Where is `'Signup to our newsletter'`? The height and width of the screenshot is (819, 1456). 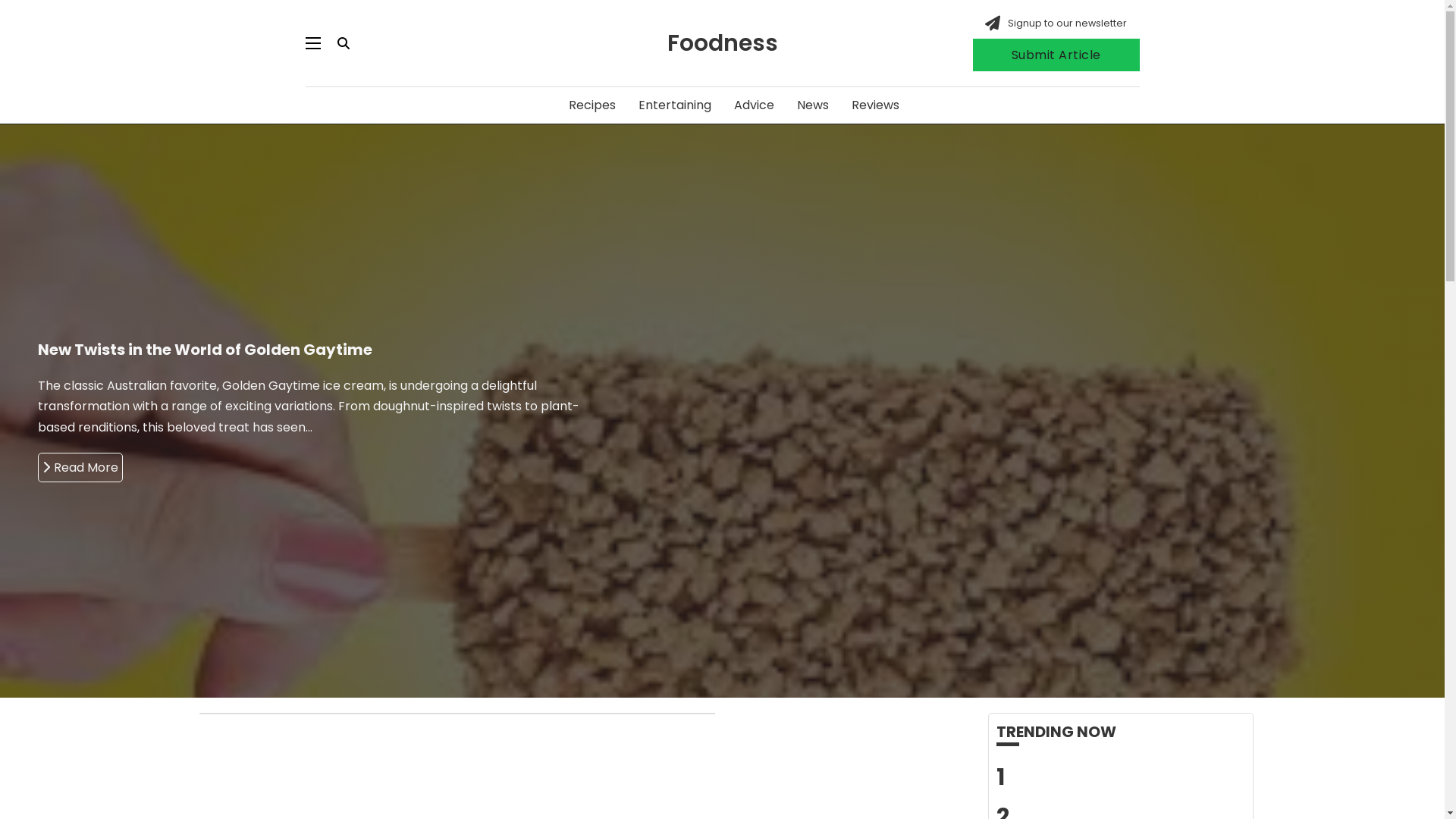
'Signup to our newsletter' is located at coordinates (1066, 23).